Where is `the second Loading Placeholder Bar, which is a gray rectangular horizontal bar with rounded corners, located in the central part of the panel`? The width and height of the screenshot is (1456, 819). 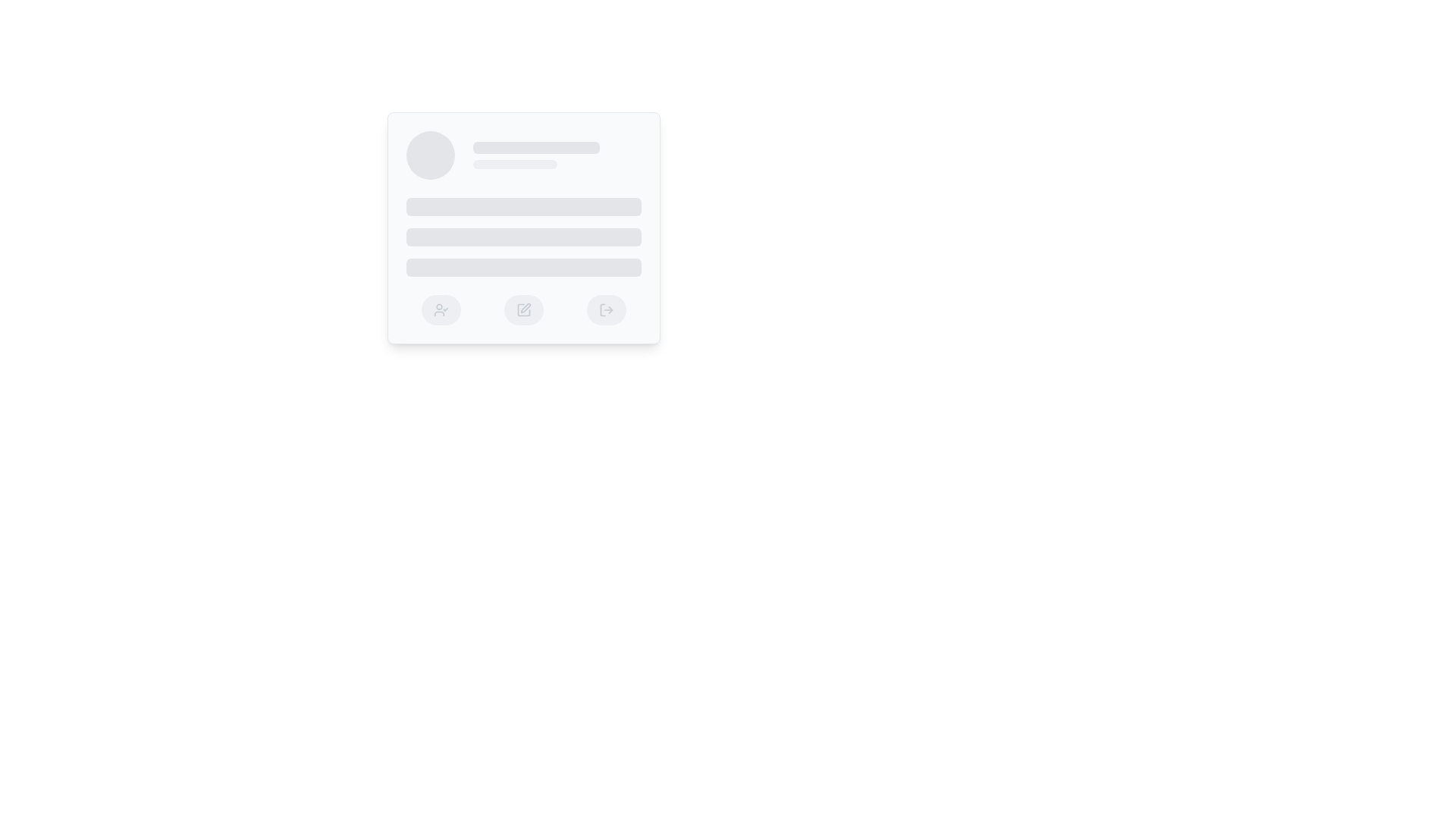
the second Loading Placeholder Bar, which is a gray rectangular horizontal bar with rounded corners, located in the central part of the panel is located at coordinates (524, 237).